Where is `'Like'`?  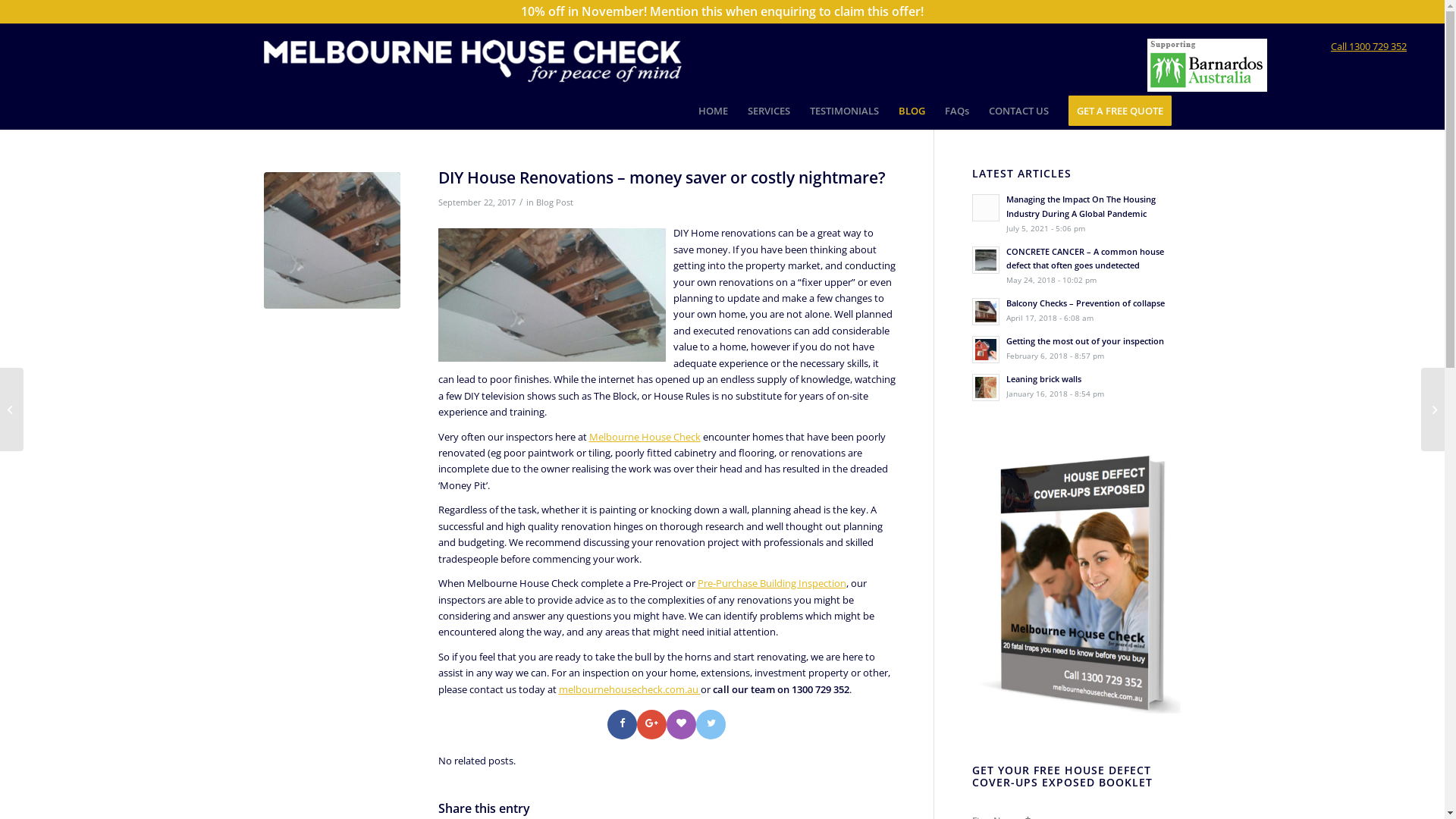 'Like' is located at coordinates (680, 723).